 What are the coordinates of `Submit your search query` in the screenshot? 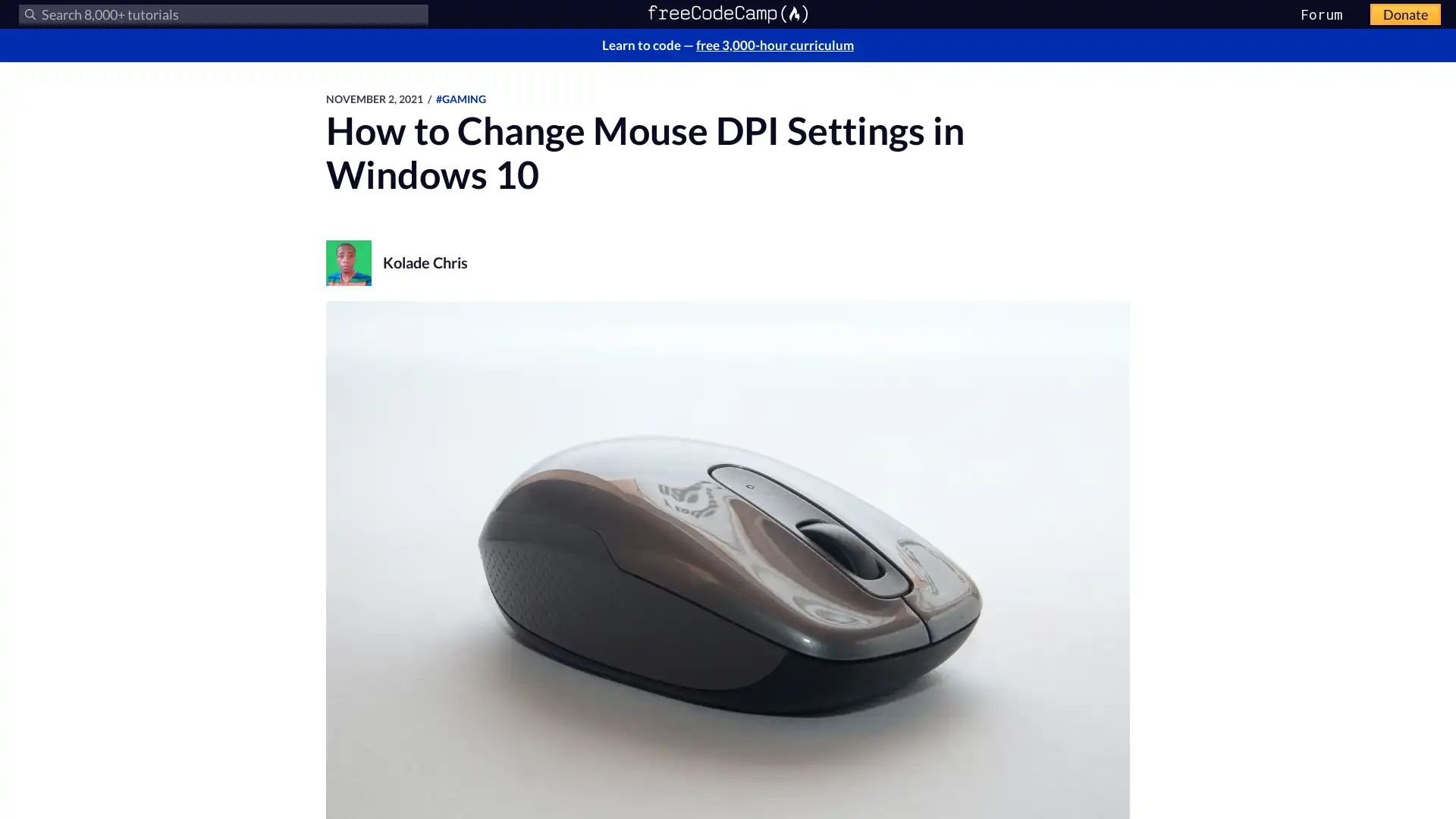 It's located at (30, 14).